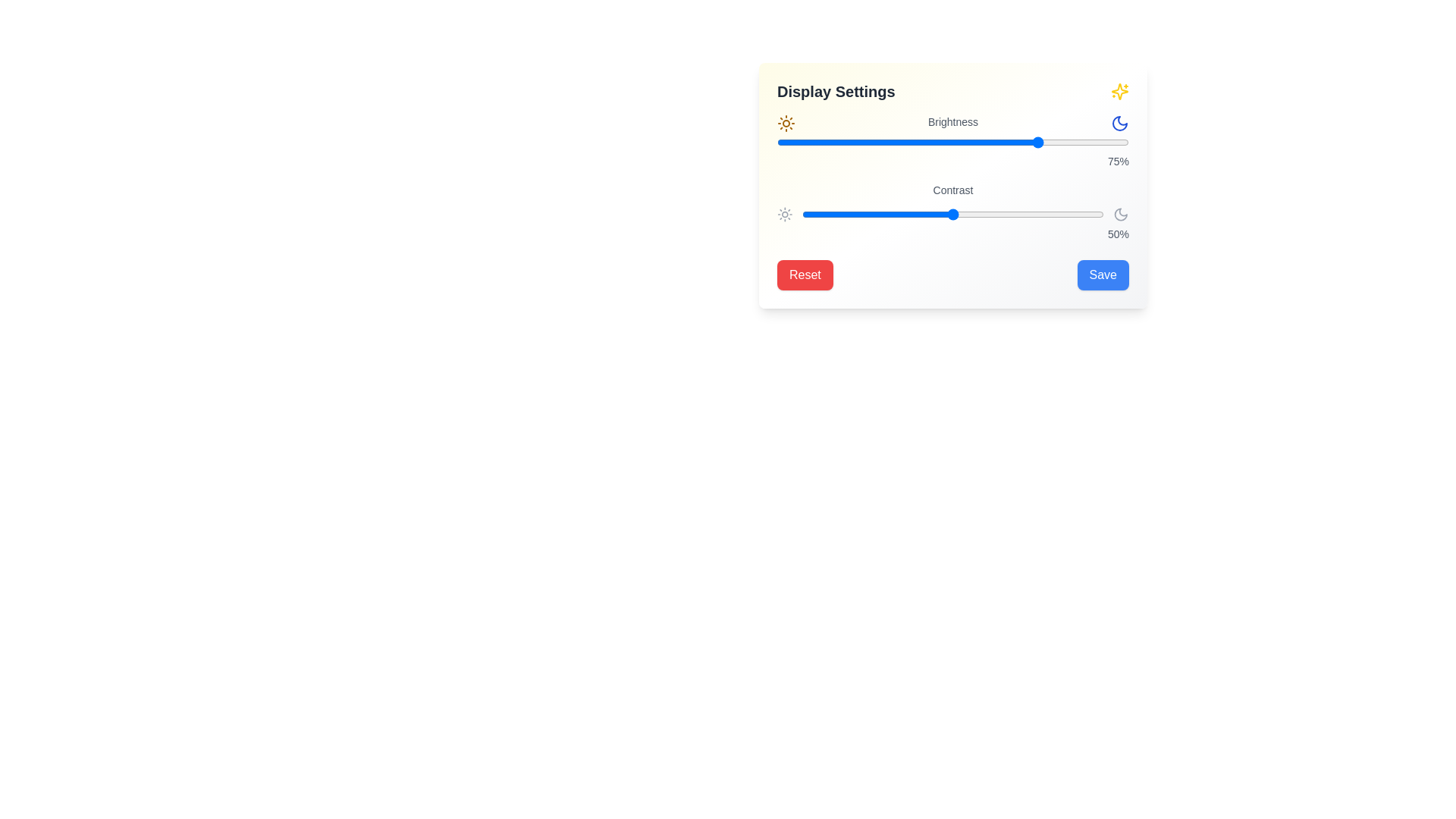  What do you see at coordinates (952, 214) in the screenshot?
I see `the contrast level` at bounding box center [952, 214].